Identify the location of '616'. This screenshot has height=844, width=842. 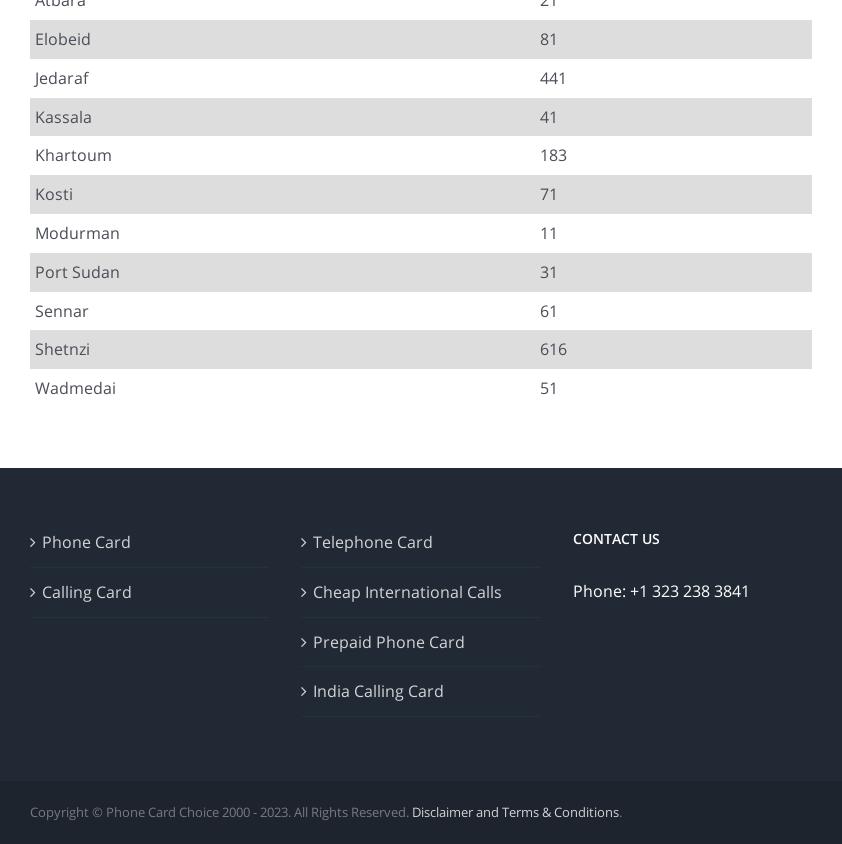
(552, 348).